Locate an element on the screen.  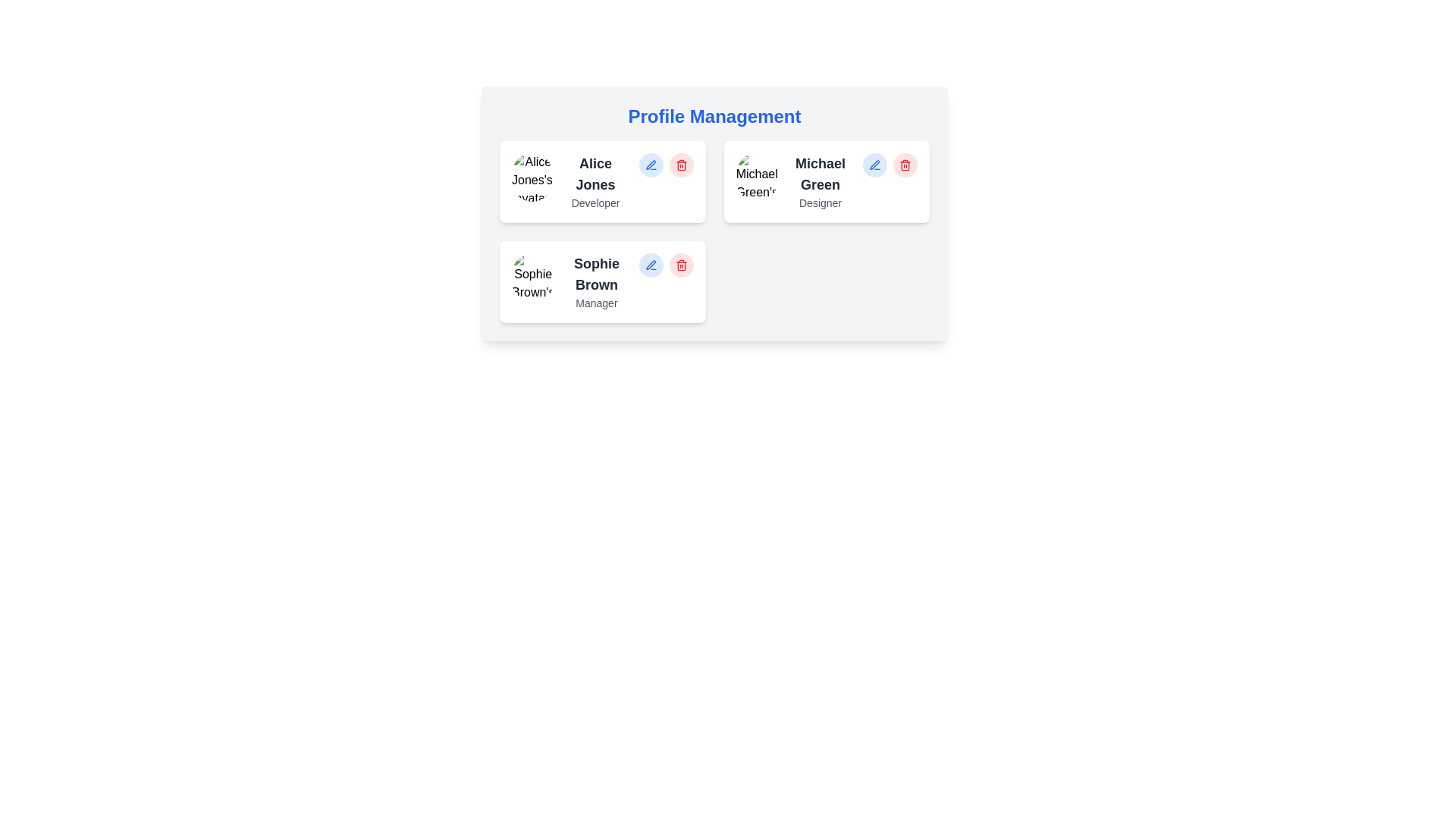
the Text label indicating the role or position of the individual displayed in the card labeled 'Alice Jones' is located at coordinates (595, 202).